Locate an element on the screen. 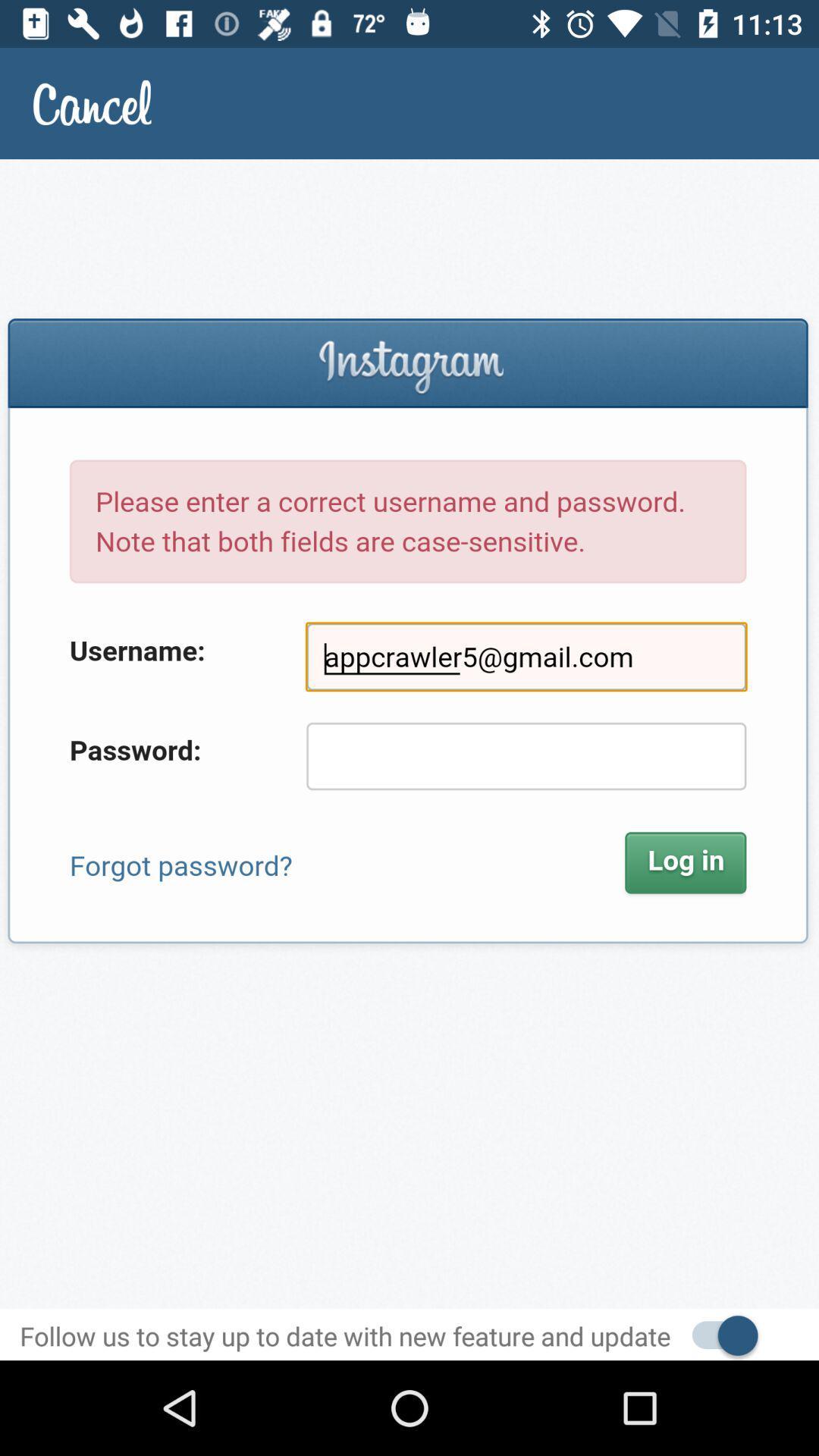  sign in screen is located at coordinates (409, 733).